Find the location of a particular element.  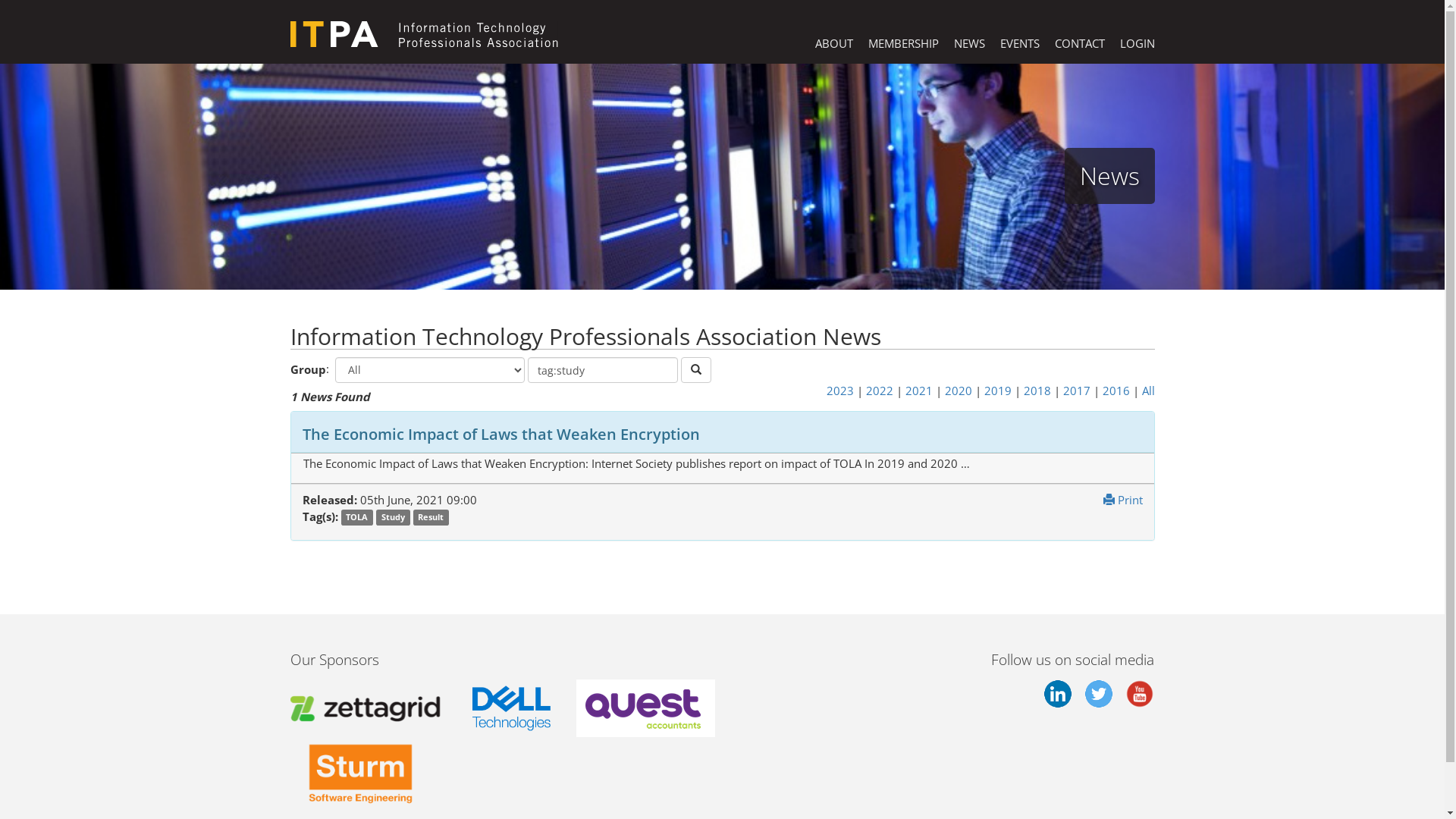

'Dell' is located at coordinates (510, 708).